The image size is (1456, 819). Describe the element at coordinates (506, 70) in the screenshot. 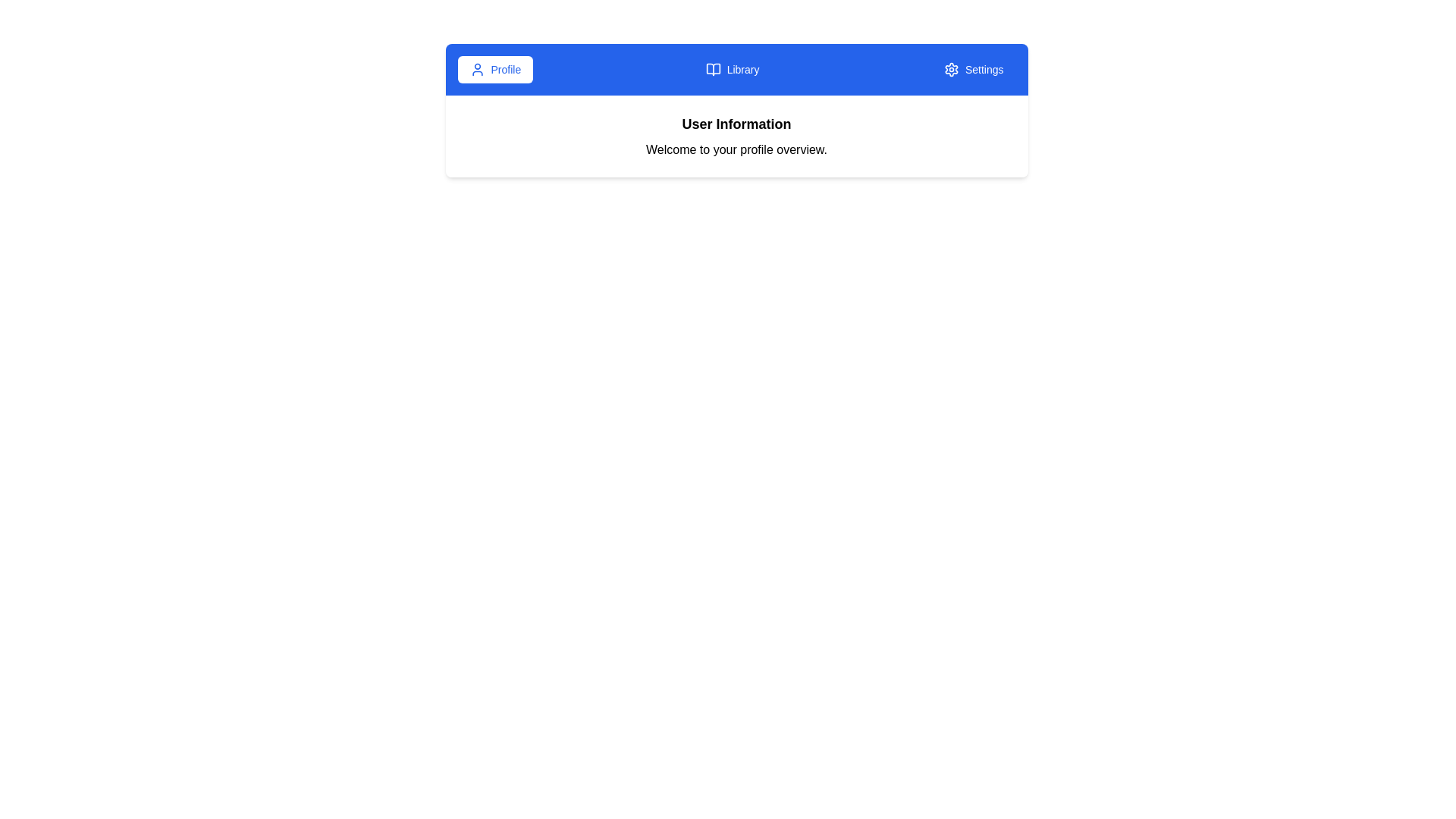

I see `the profile section label text located to the right of the user icon in the top-left corner of the interface` at that location.